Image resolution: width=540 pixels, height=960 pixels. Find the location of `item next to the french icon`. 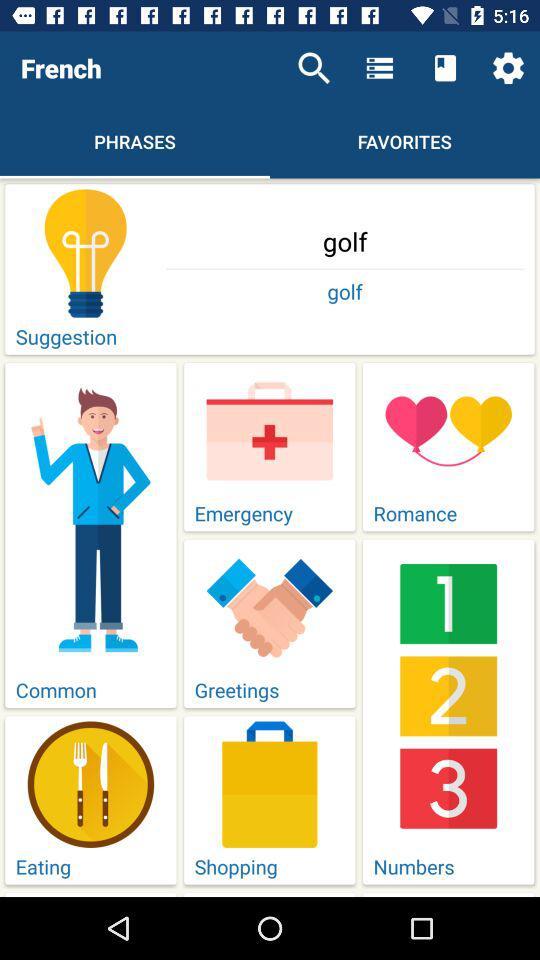

item next to the french icon is located at coordinates (314, 68).